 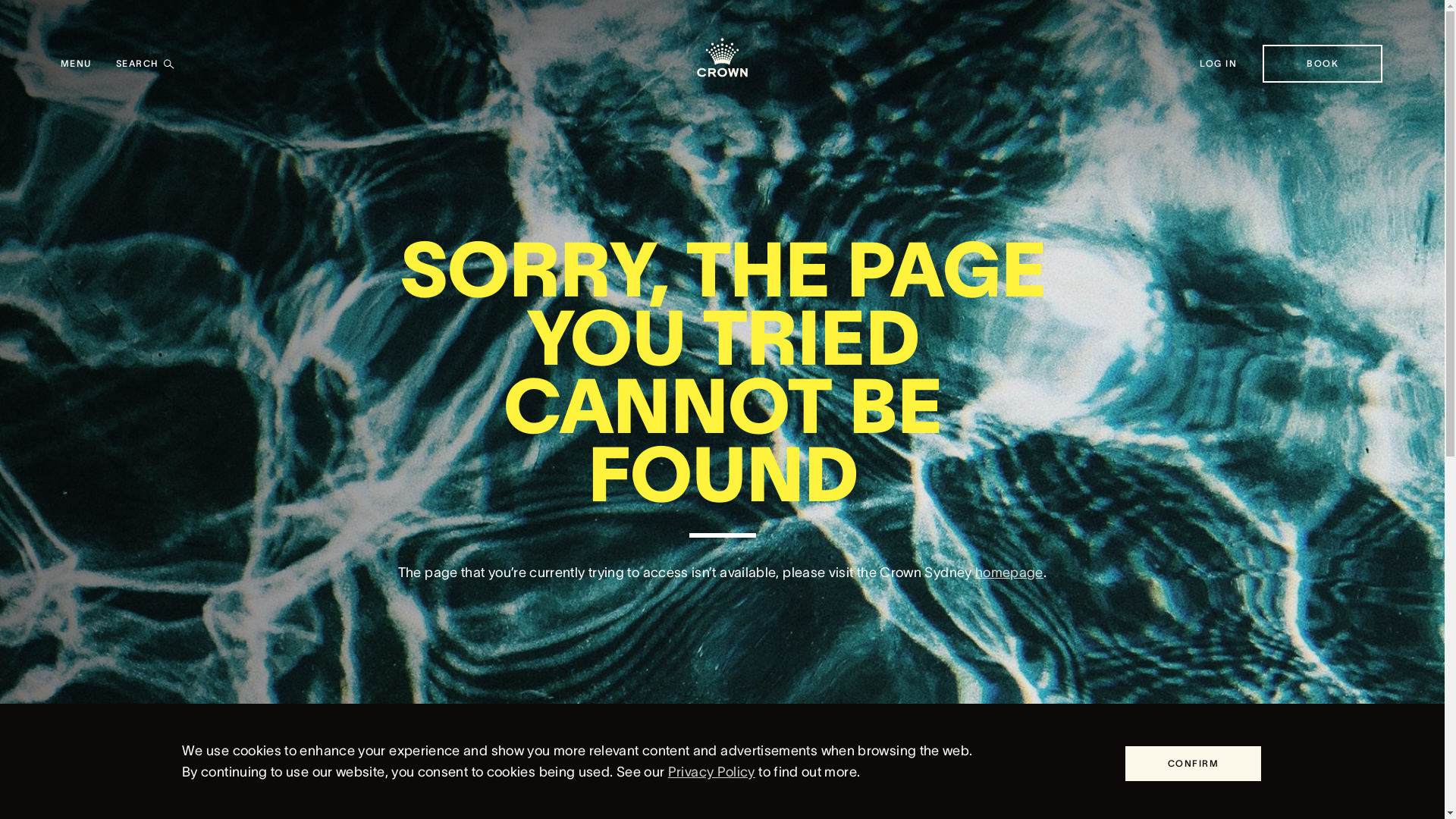 What do you see at coordinates (1321, 63) in the screenshot?
I see `'BOOK'` at bounding box center [1321, 63].